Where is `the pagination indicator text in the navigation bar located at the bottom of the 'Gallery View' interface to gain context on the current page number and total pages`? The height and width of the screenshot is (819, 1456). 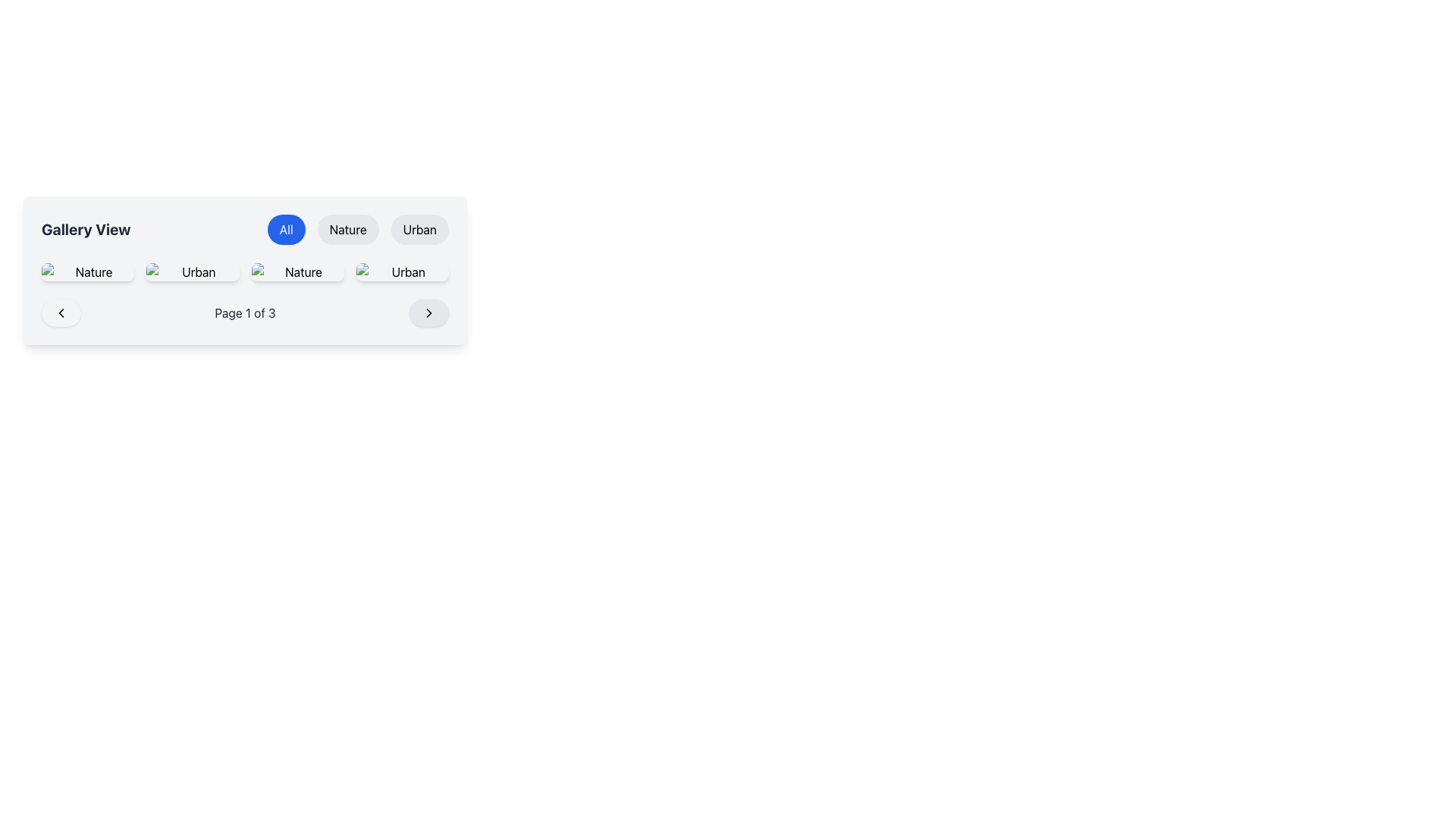 the pagination indicator text in the navigation bar located at the bottom of the 'Gallery View' interface to gain context on the current page number and total pages is located at coordinates (245, 312).